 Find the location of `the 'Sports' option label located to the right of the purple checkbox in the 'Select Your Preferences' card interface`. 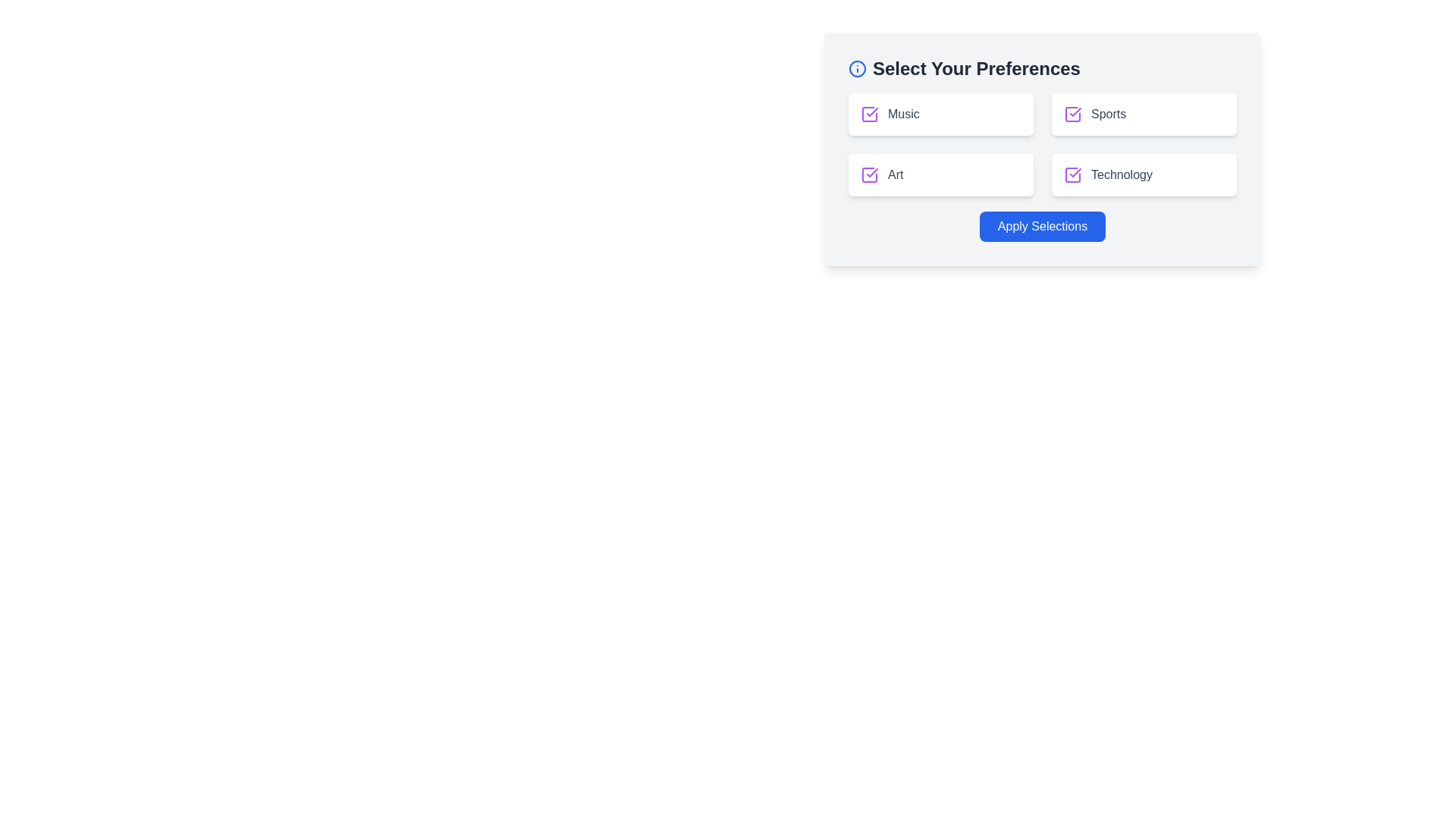

the 'Sports' option label located to the right of the purple checkbox in the 'Select Your Preferences' card interface is located at coordinates (1144, 113).